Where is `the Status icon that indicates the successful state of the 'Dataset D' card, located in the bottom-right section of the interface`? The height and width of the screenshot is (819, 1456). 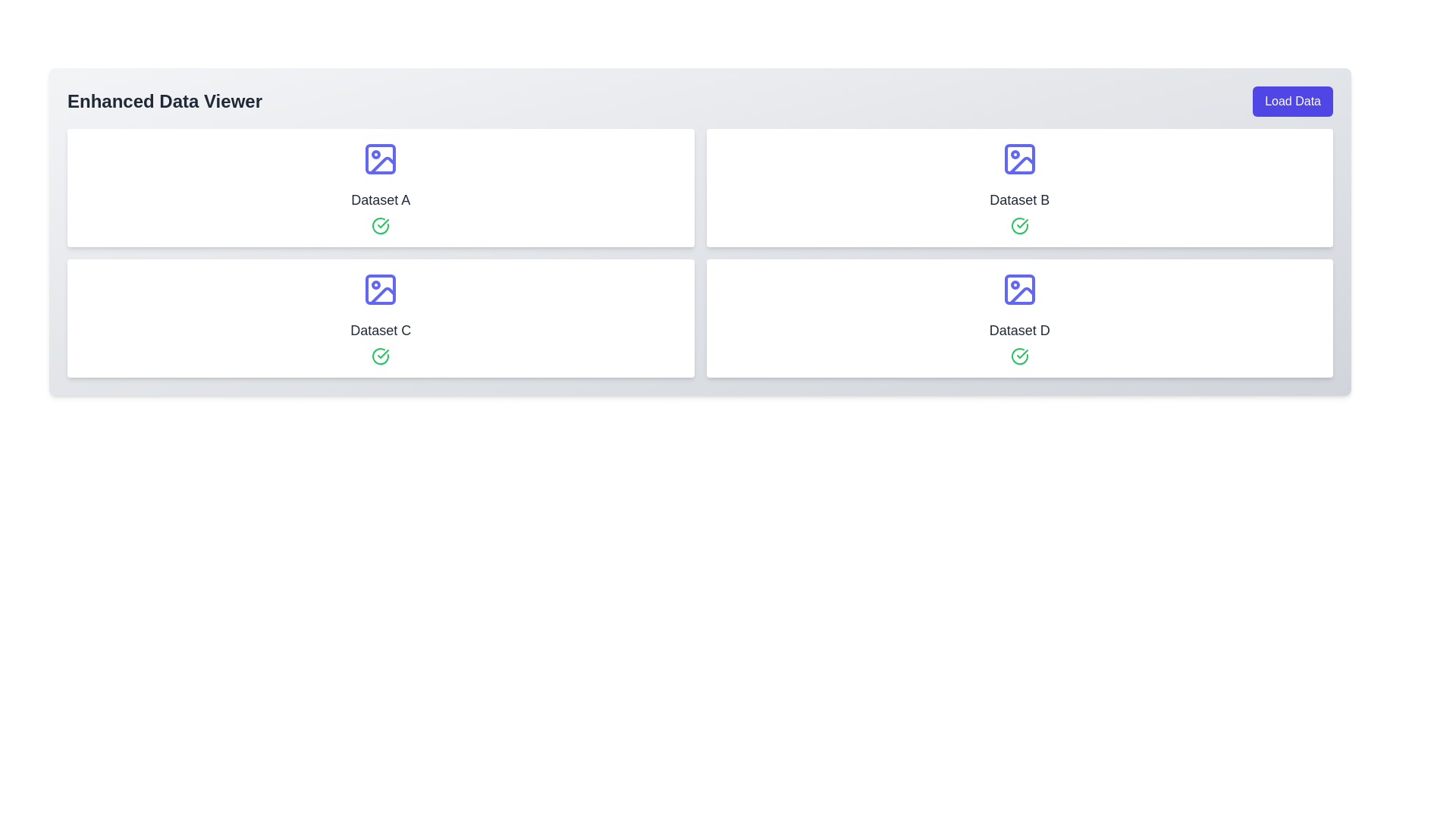
the Status icon that indicates the successful state of the 'Dataset D' card, located in the bottom-right section of the interface is located at coordinates (1019, 356).